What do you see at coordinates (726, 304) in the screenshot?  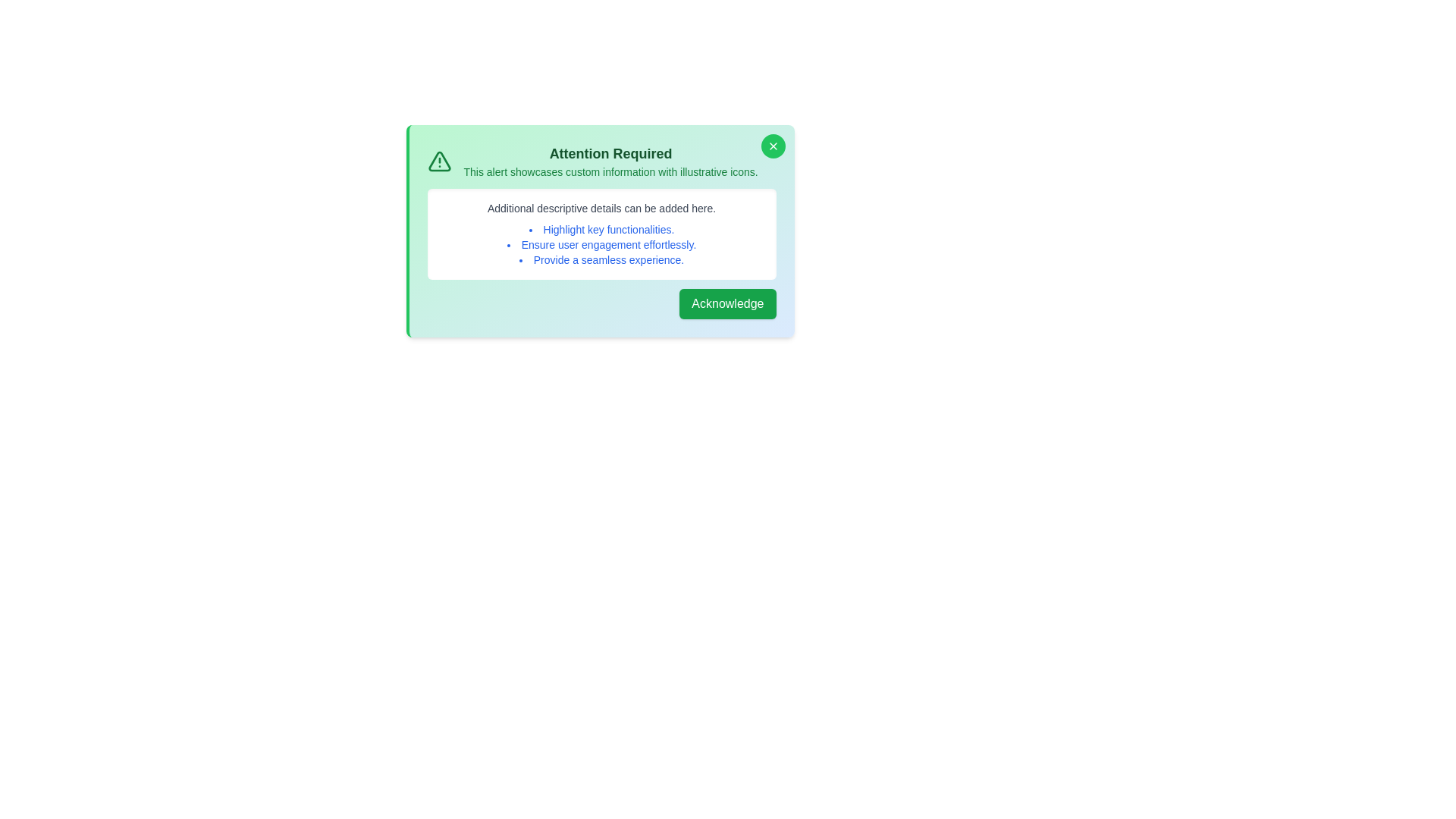 I see `the 'Acknowledge' button to acknowledge the alert` at bounding box center [726, 304].